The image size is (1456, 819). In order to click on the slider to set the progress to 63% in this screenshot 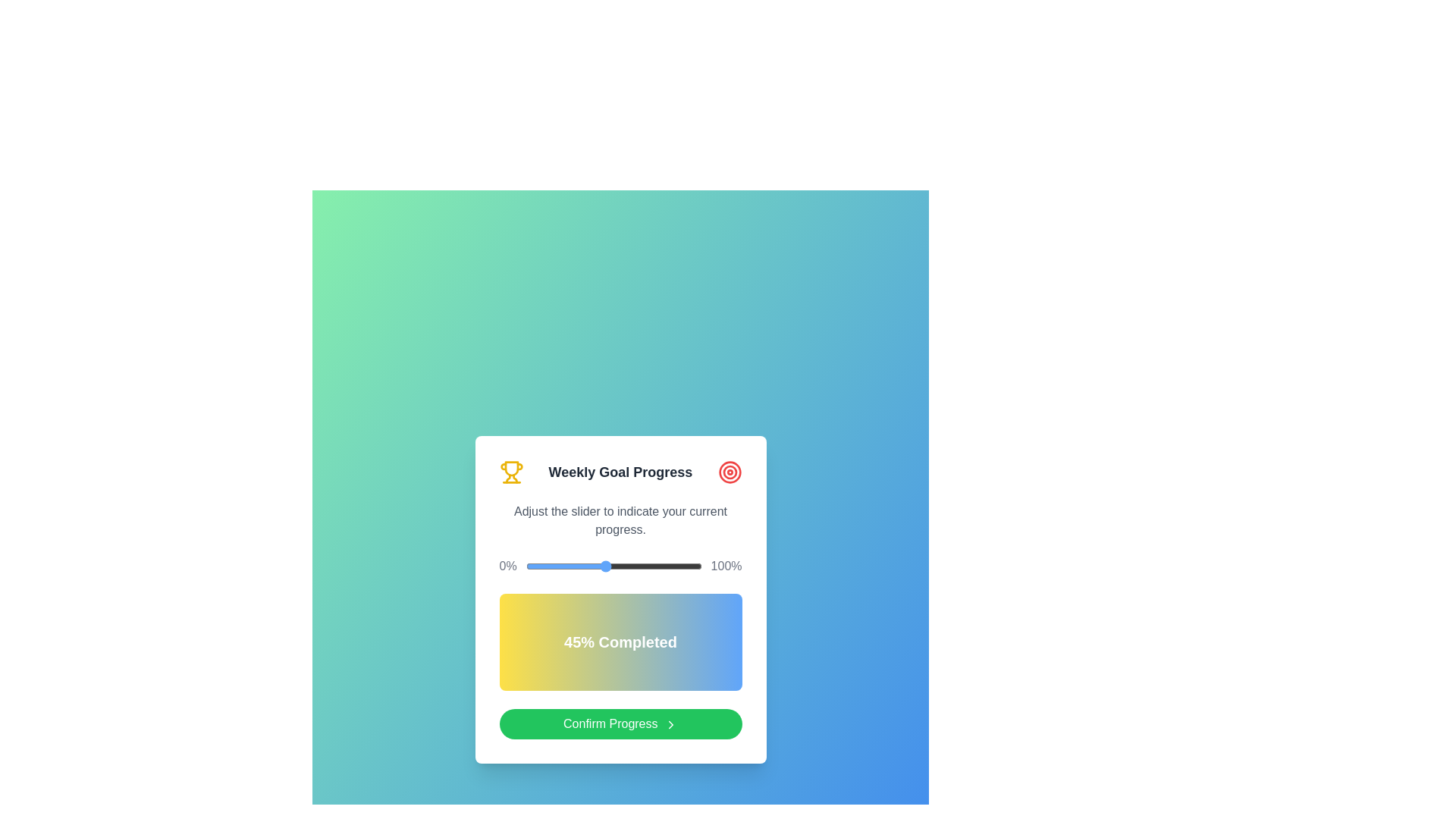, I will do `click(636, 566)`.